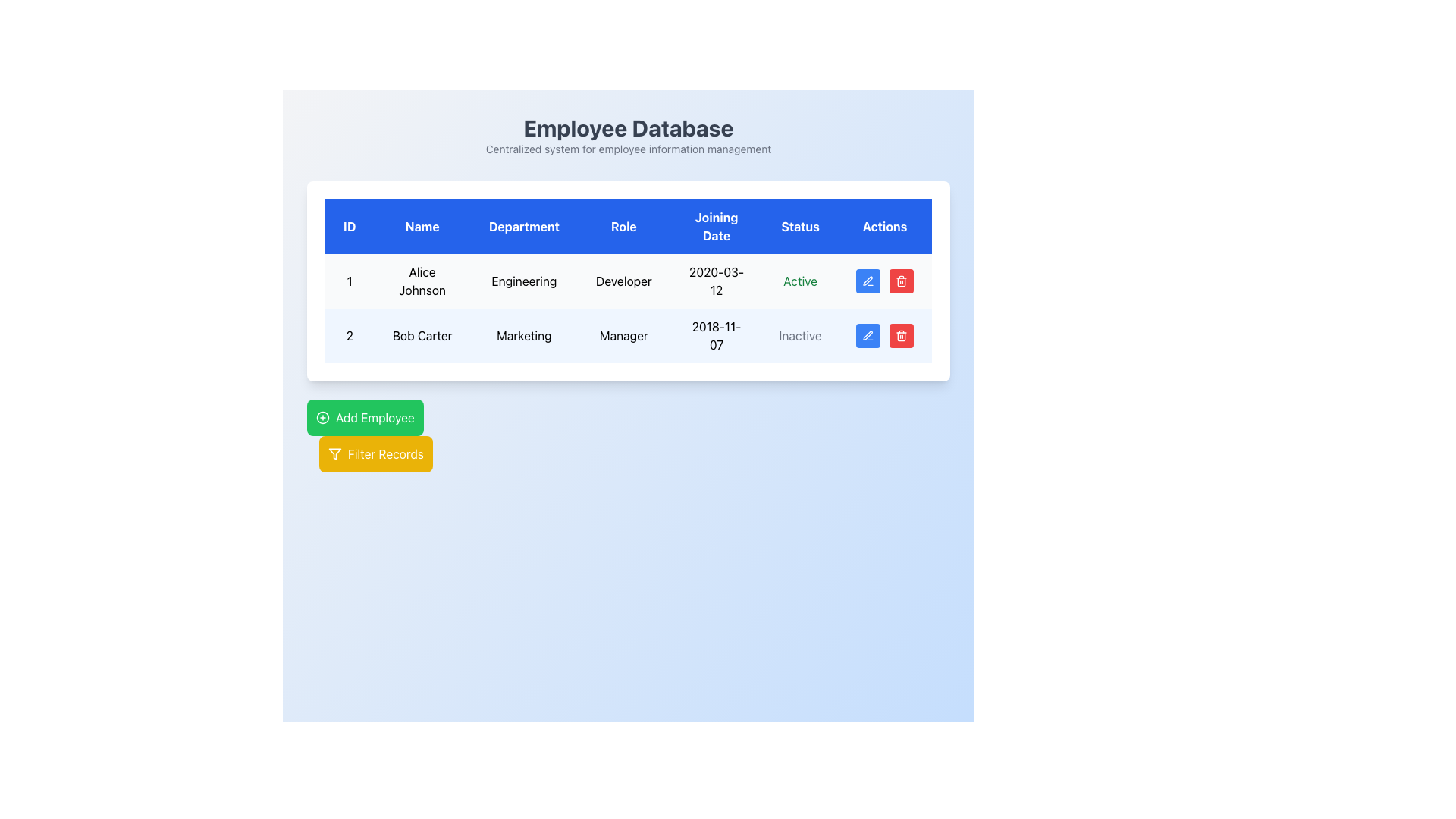 This screenshot has width=1456, height=819. Describe the element at coordinates (884, 227) in the screenshot. I see `the blue rectangular Text Label element containing the text 'Actions' in white font, which is the last column header in the table, located at the top-right corner of the visible area` at that location.